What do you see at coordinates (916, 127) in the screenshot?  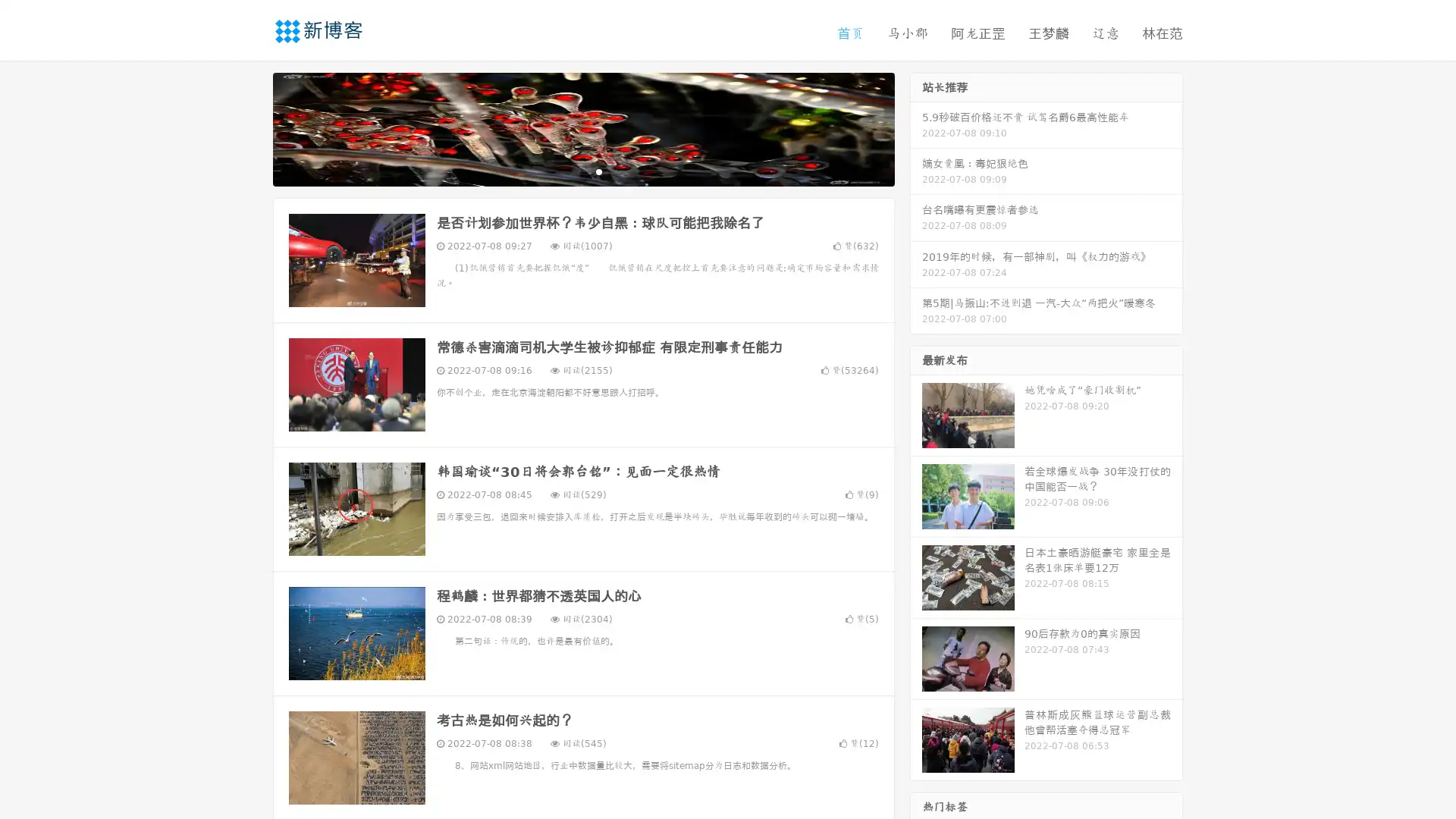 I see `Next slide` at bounding box center [916, 127].